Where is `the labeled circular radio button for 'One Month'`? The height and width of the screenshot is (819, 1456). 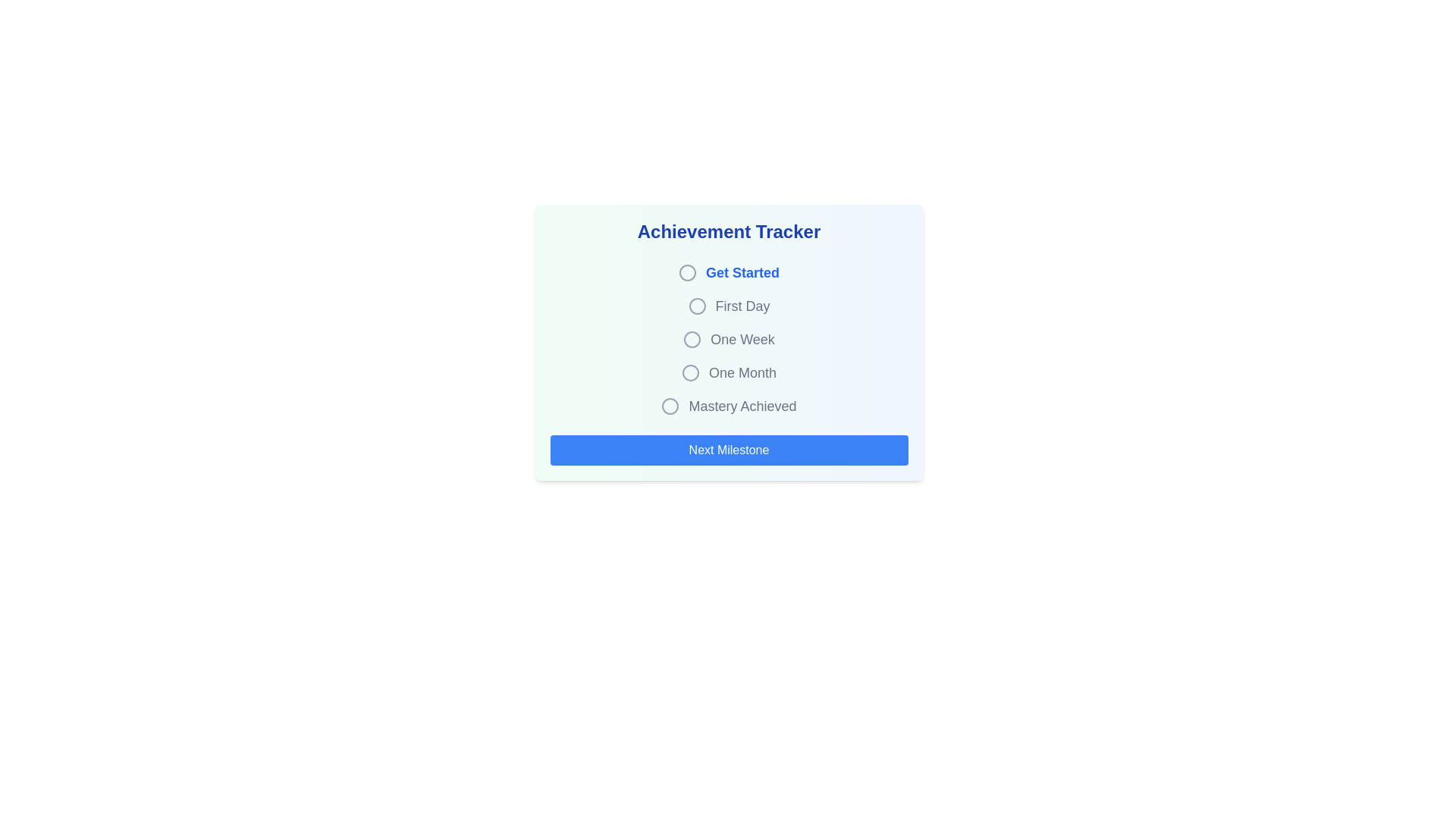
the labeled circular radio button for 'One Month' is located at coordinates (729, 373).